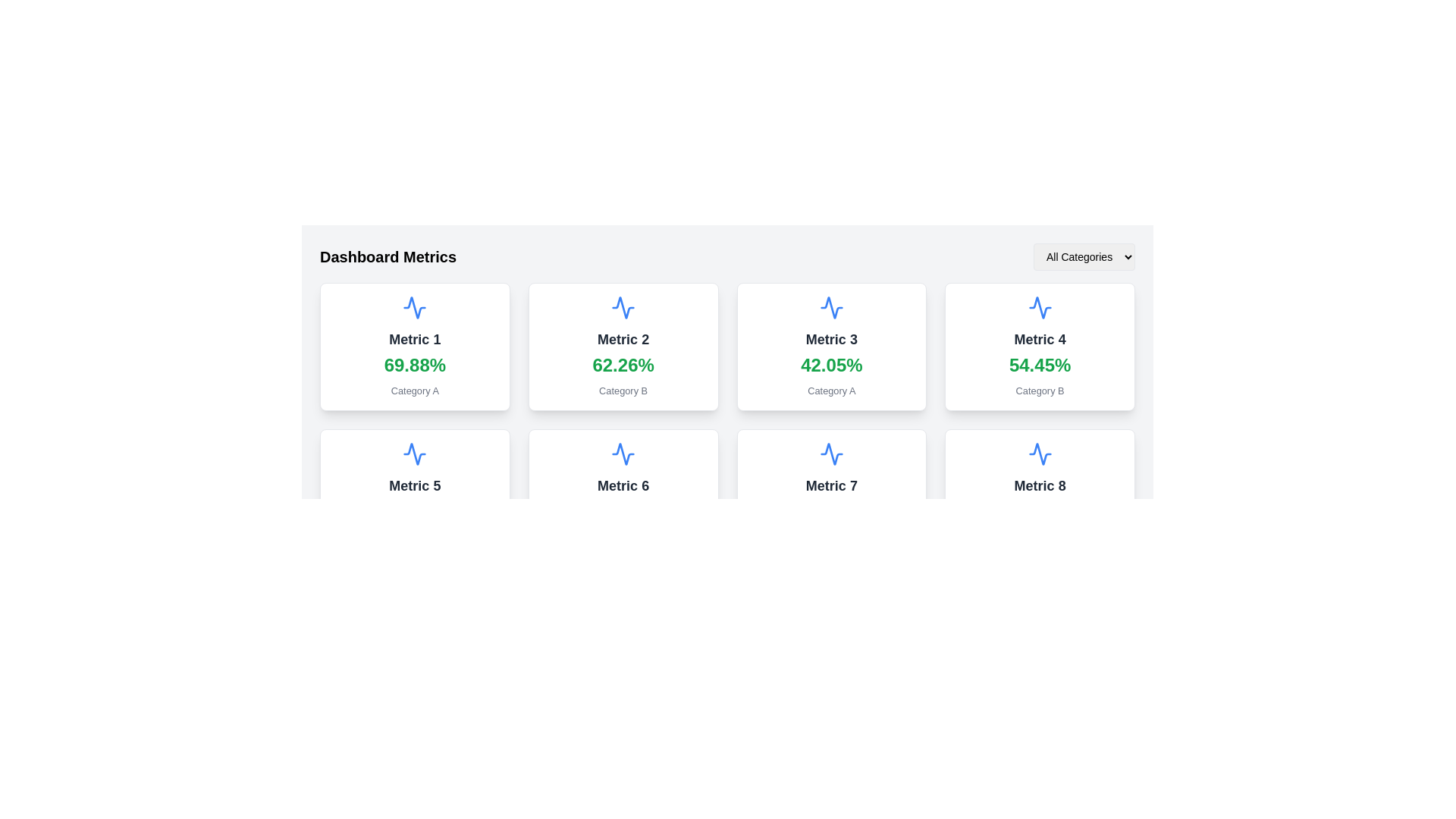 The height and width of the screenshot is (819, 1456). What do you see at coordinates (830, 486) in the screenshot?
I see `the text label displaying 'Metric 7' which is styled in dark gray and located within a white card interface, positioned below the icon and above the percentage text '50.06%` at bounding box center [830, 486].